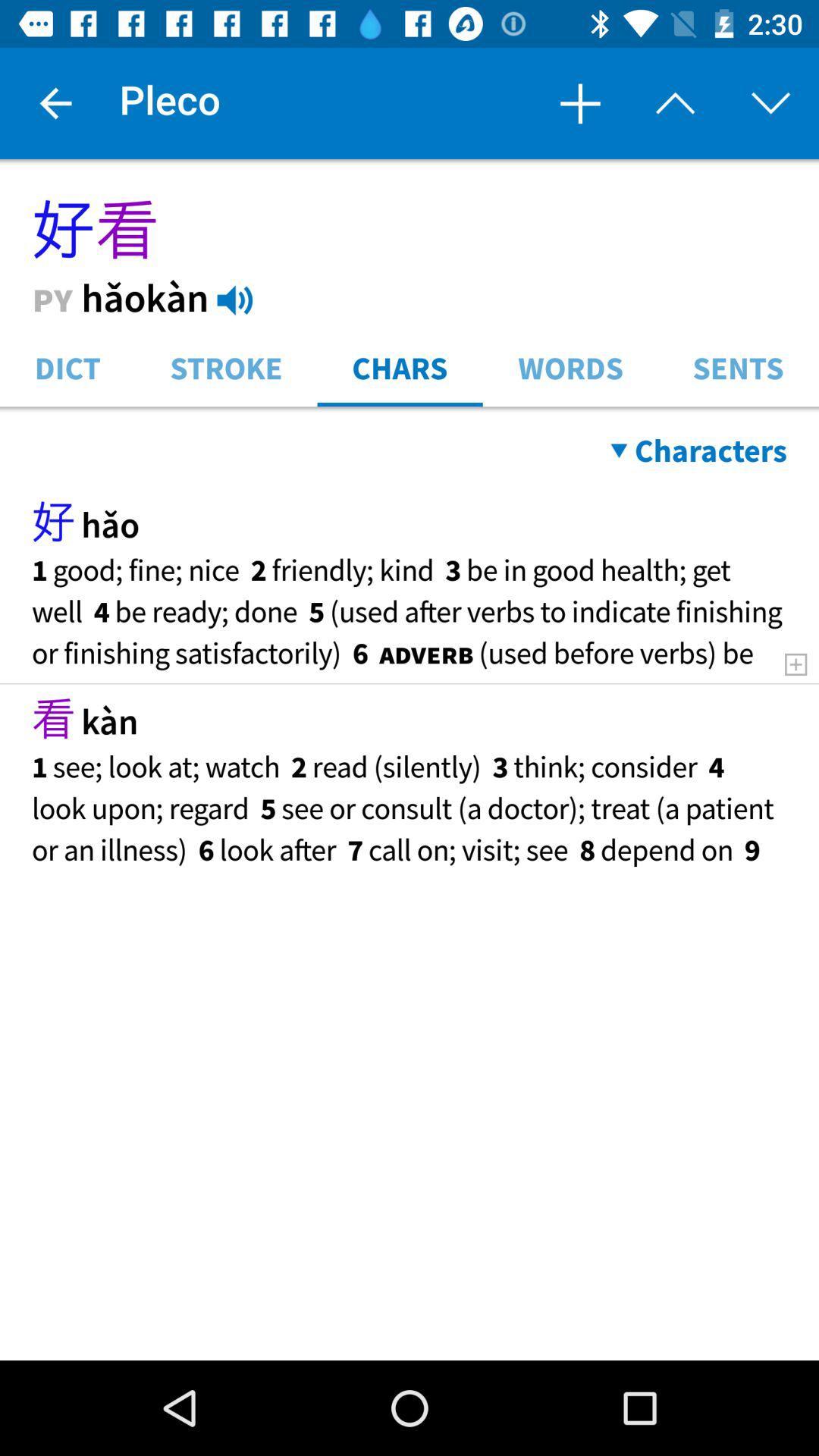 This screenshot has height=1456, width=819. I want to click on the item to the left of the words icon, so click(399, 366).